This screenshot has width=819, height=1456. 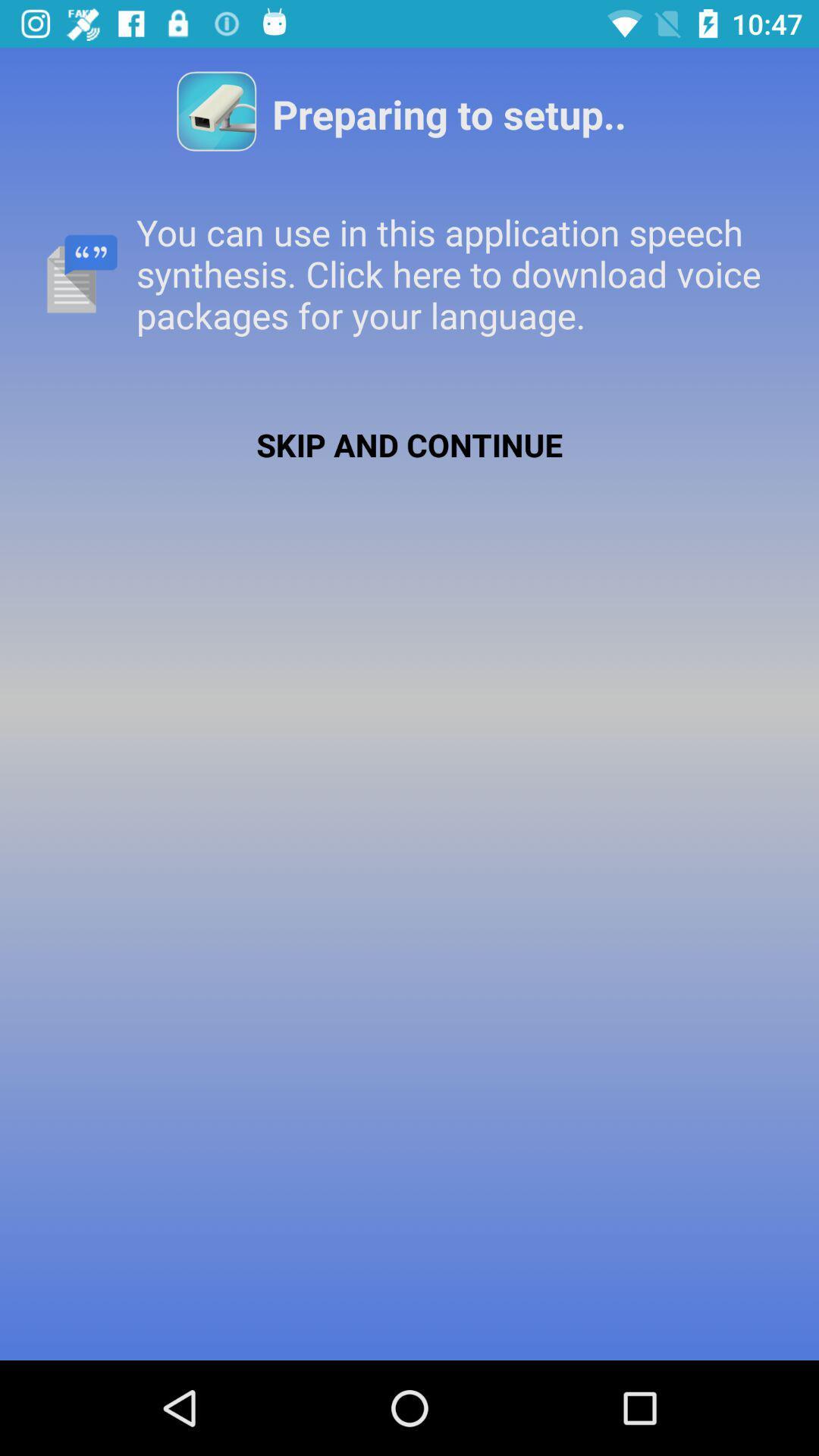 I want to click on the you can use item, so click(x=409, y=274).